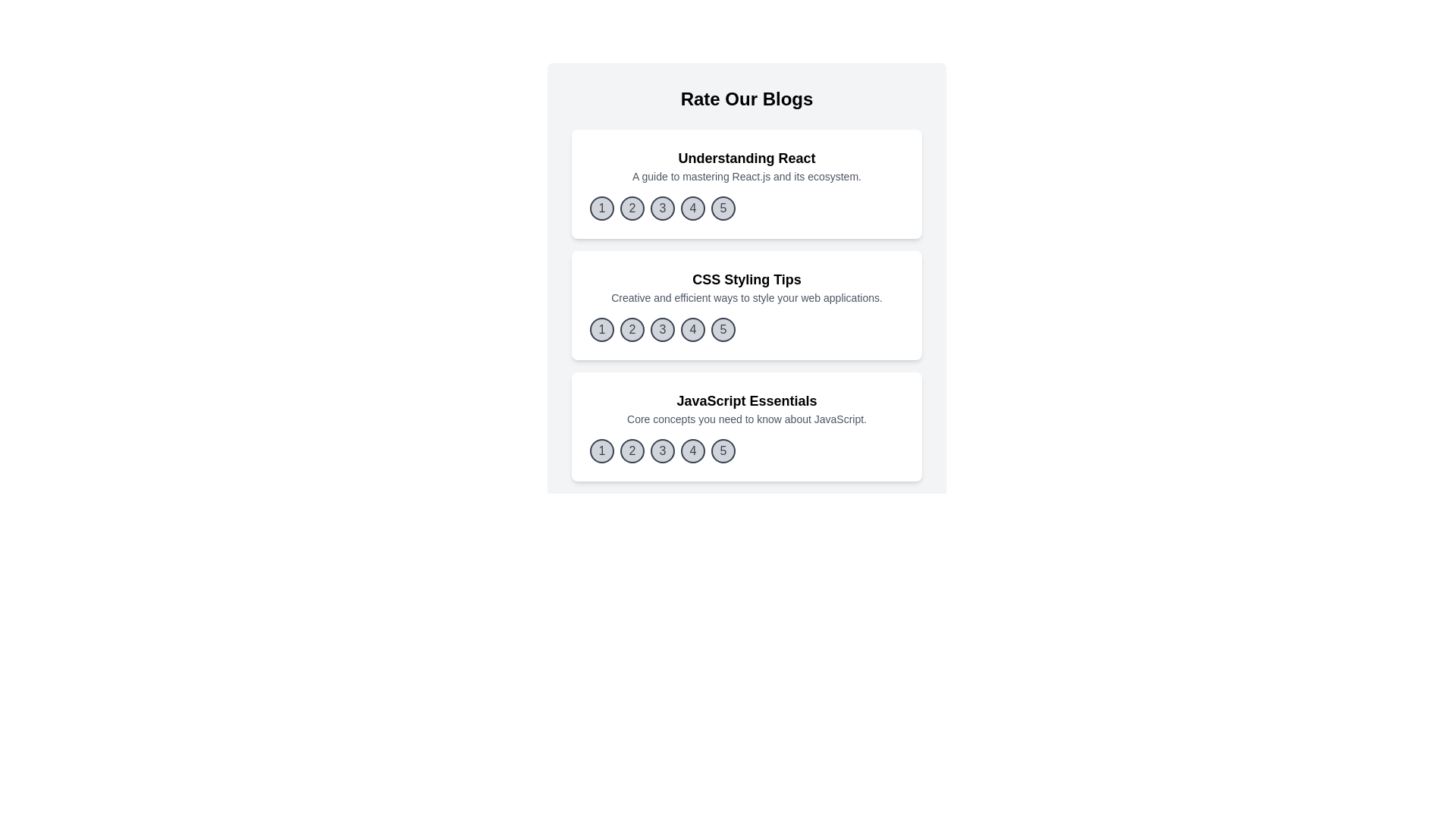 Image resolution: width=1456 pixels, height=819 pixels. Describe the element at coordinates (632, 450) in the screenshot. I see `the rating button corresponding to 2 for the blog titled 'JavaScript Essentials'` at that location.